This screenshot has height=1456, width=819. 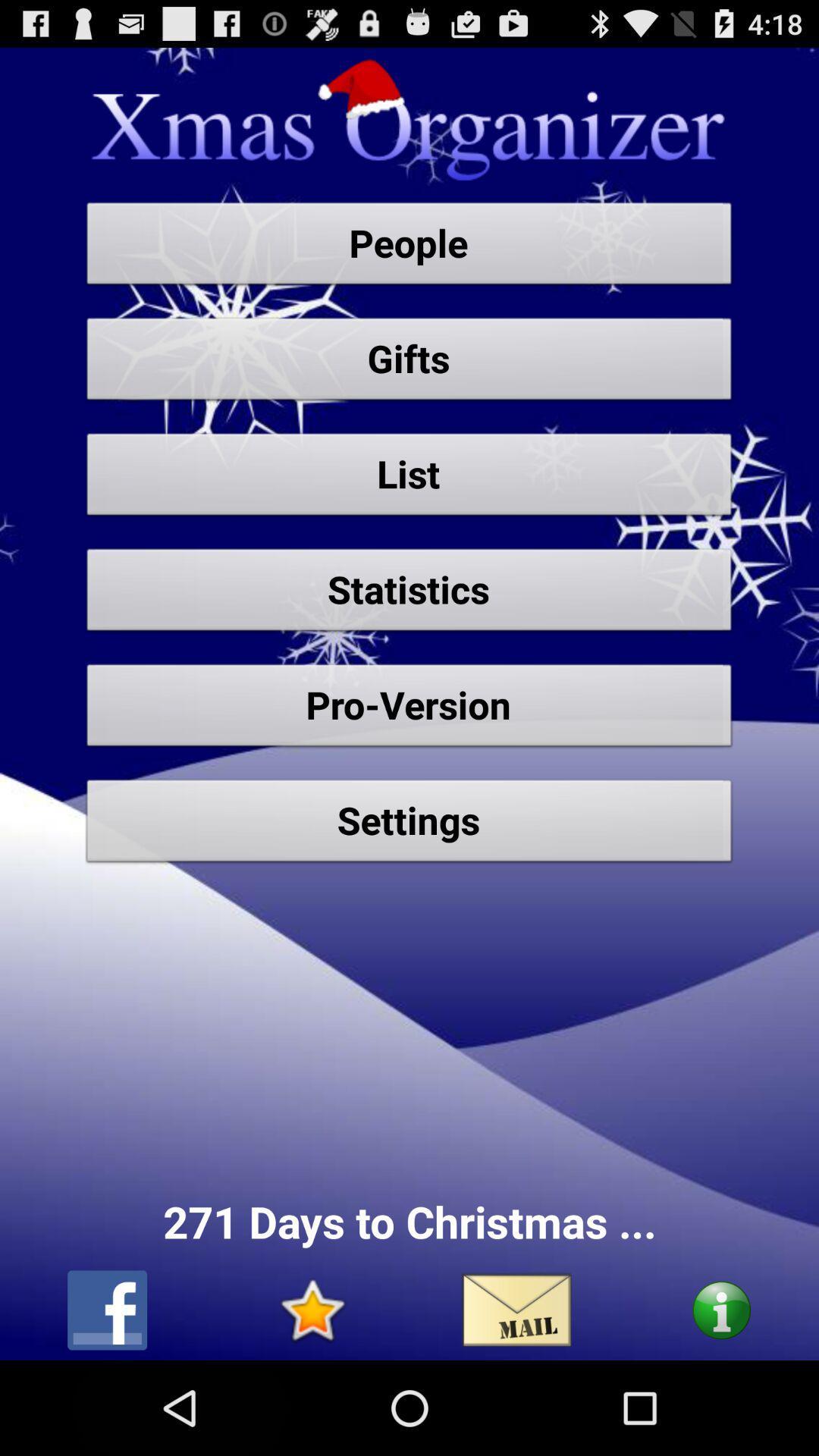 What do you see at coordinates (516, 1310) in the screenshot?
I see `switch mail` at bounding box center [516, 1310].